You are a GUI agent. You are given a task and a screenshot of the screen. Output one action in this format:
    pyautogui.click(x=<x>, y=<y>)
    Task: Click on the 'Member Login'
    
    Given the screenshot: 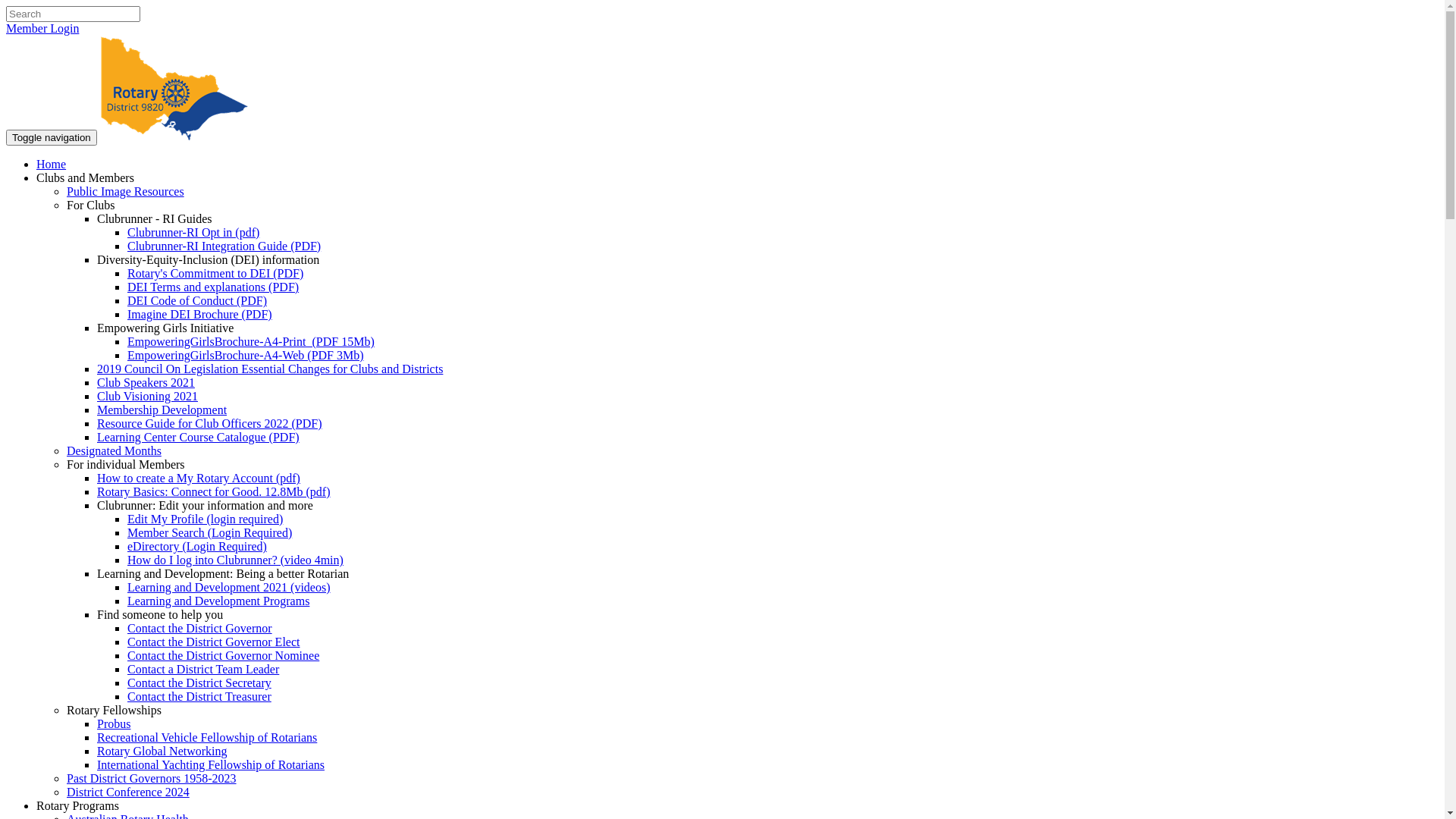 What is the action you would take?
    pyautogui.click(x=42, y=28)
    